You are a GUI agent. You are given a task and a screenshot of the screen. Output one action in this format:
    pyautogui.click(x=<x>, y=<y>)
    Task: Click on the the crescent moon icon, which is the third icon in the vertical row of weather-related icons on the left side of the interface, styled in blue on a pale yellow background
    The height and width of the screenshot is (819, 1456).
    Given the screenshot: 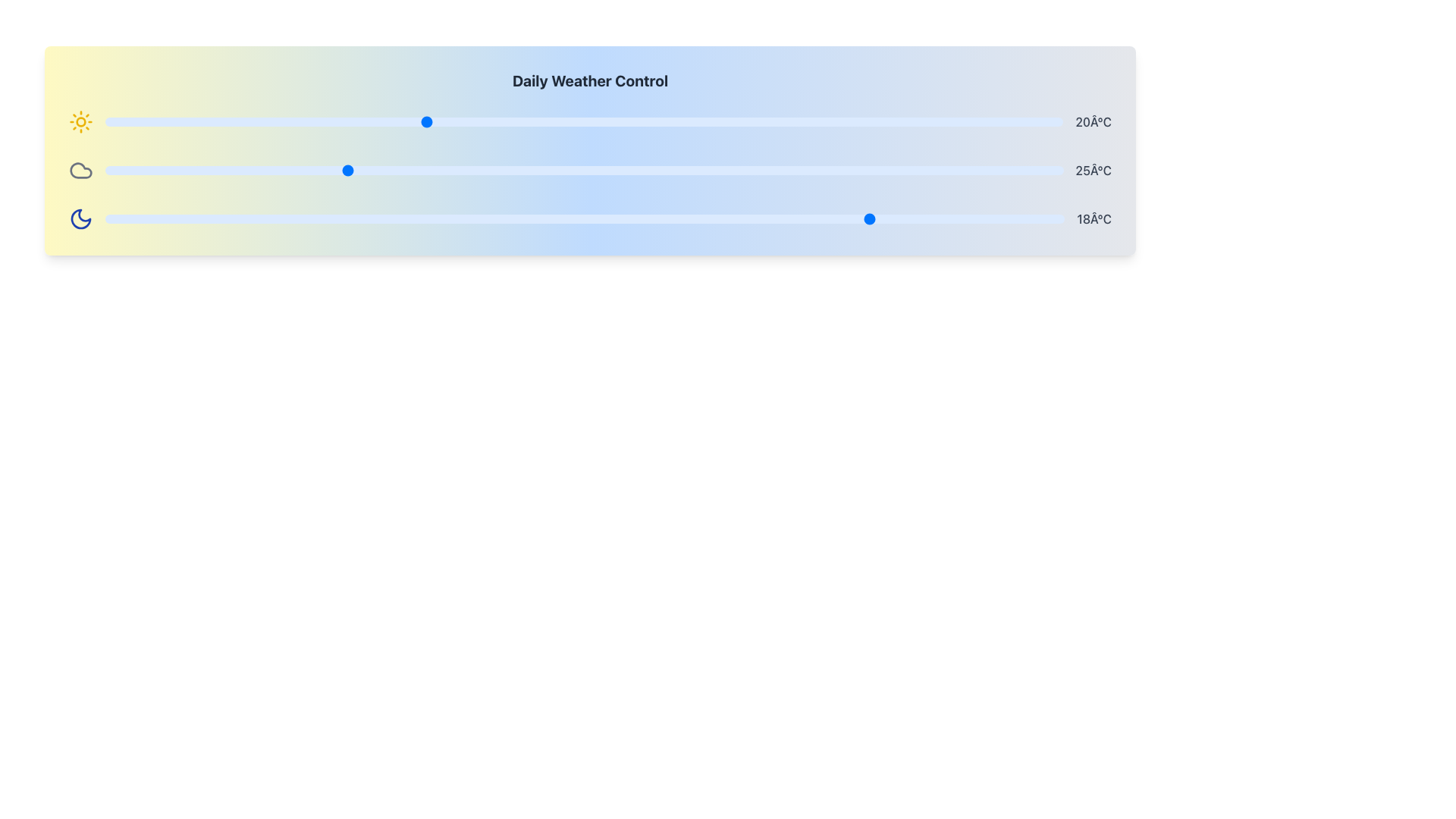 What is the action you would take?
    pyautogui.click(x=80, y=219)
    